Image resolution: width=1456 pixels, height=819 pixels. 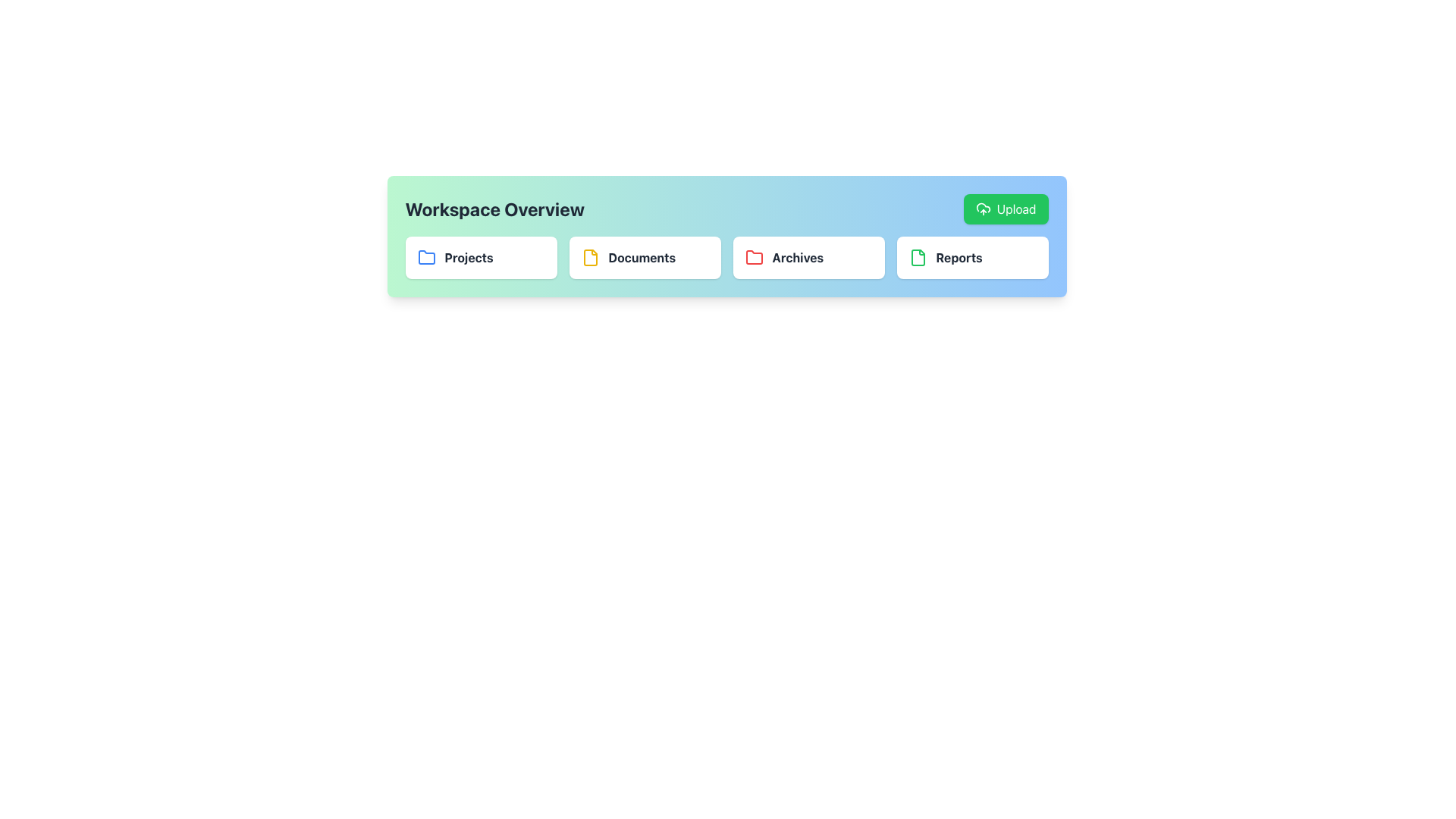 What do you see at coordinates (917, 256) in the screenshot?
I see `green document file icon located between the 'Archives' category and the 'Upload' button in the workspace overview` at bounding box center [917, 256].